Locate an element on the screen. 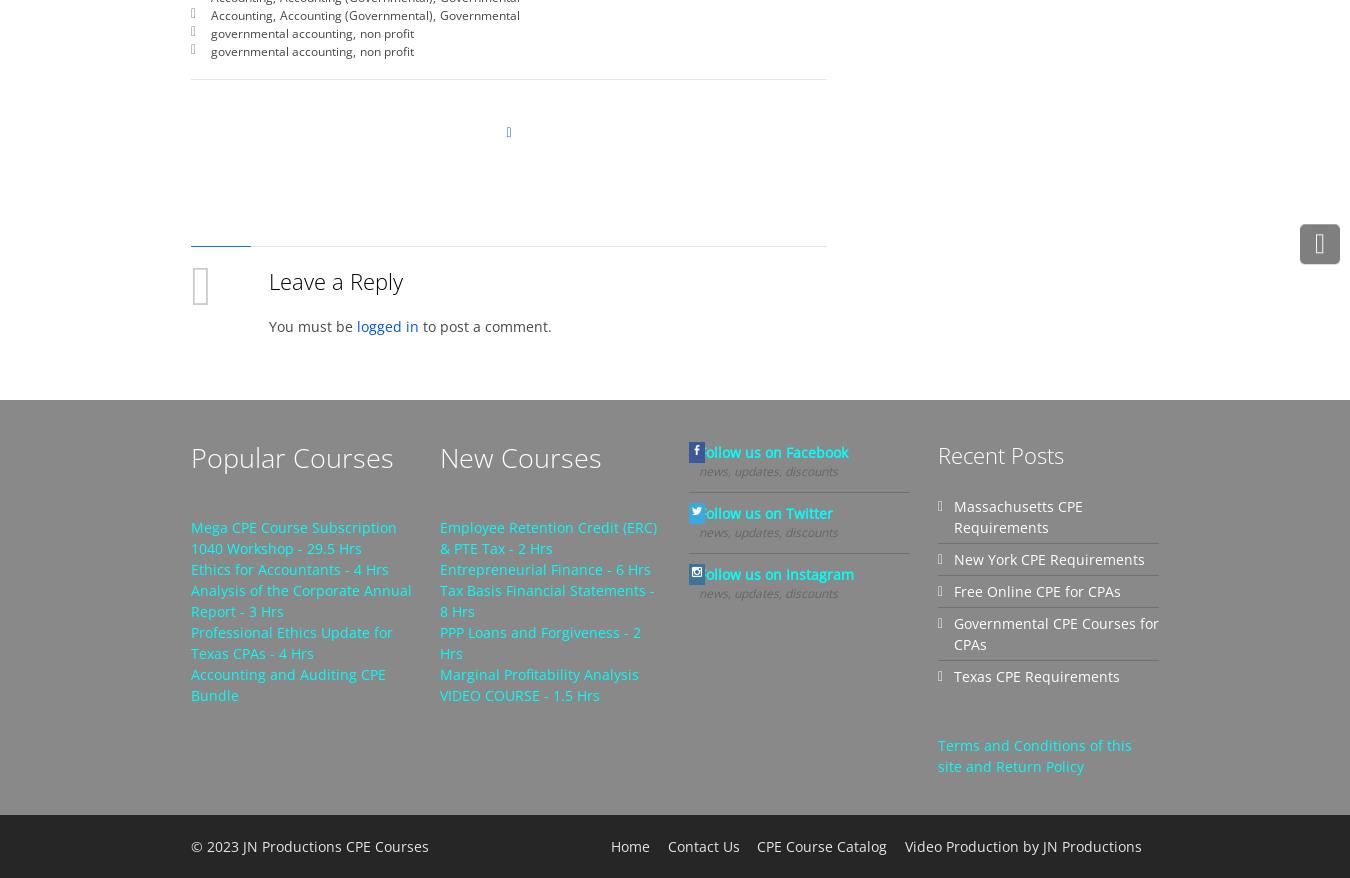 This screenshot has width=1350, height=878. 'Mega CPE Course Subscription' is located at coordinates (293, 526).